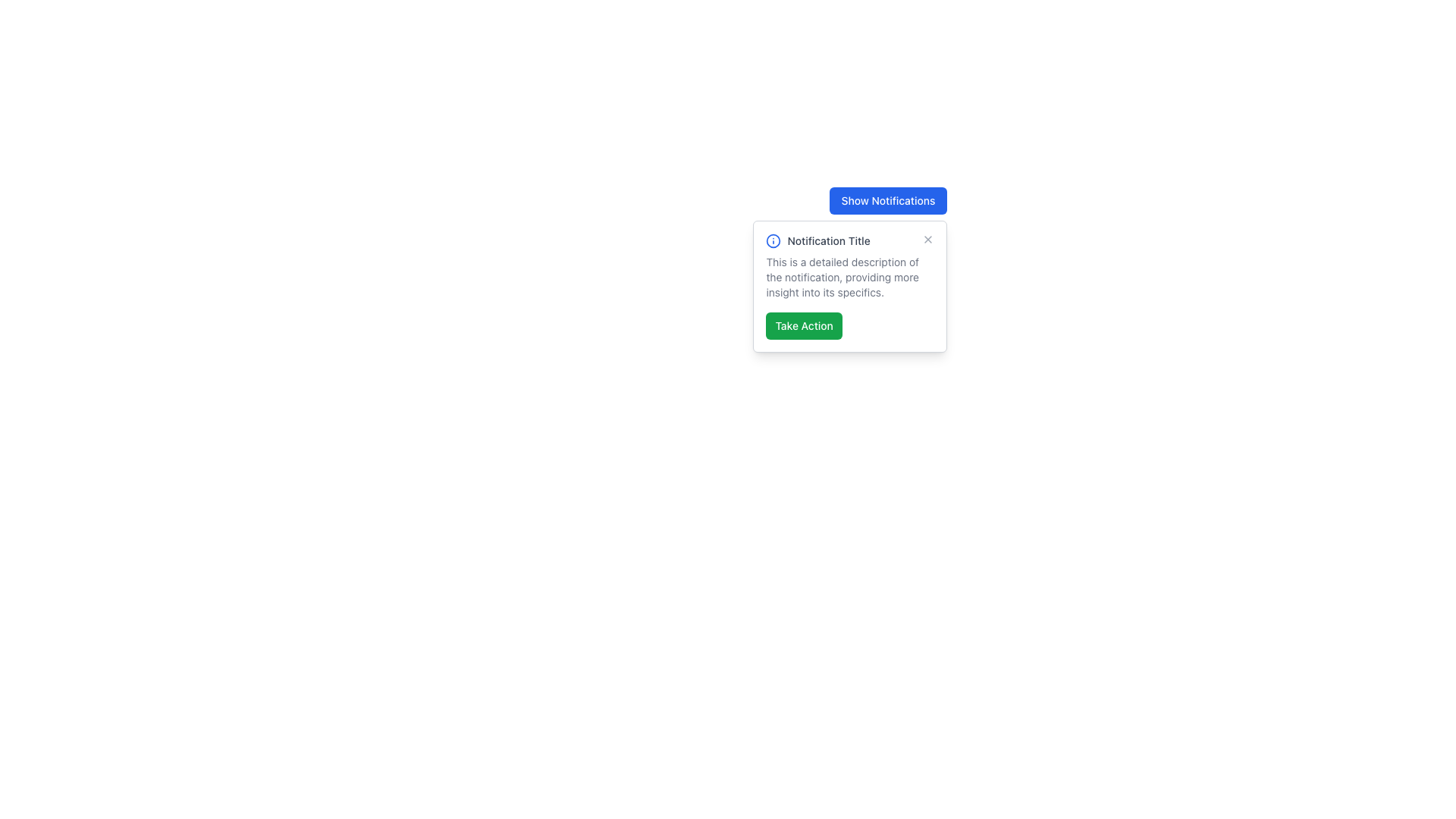 The width and height of the screenshot is (1456, 819). I want to click on the title label of the notification, which is located in the top-left section of the notification panel, to the right of the informational icon and above the textual description, so click(817, 240).